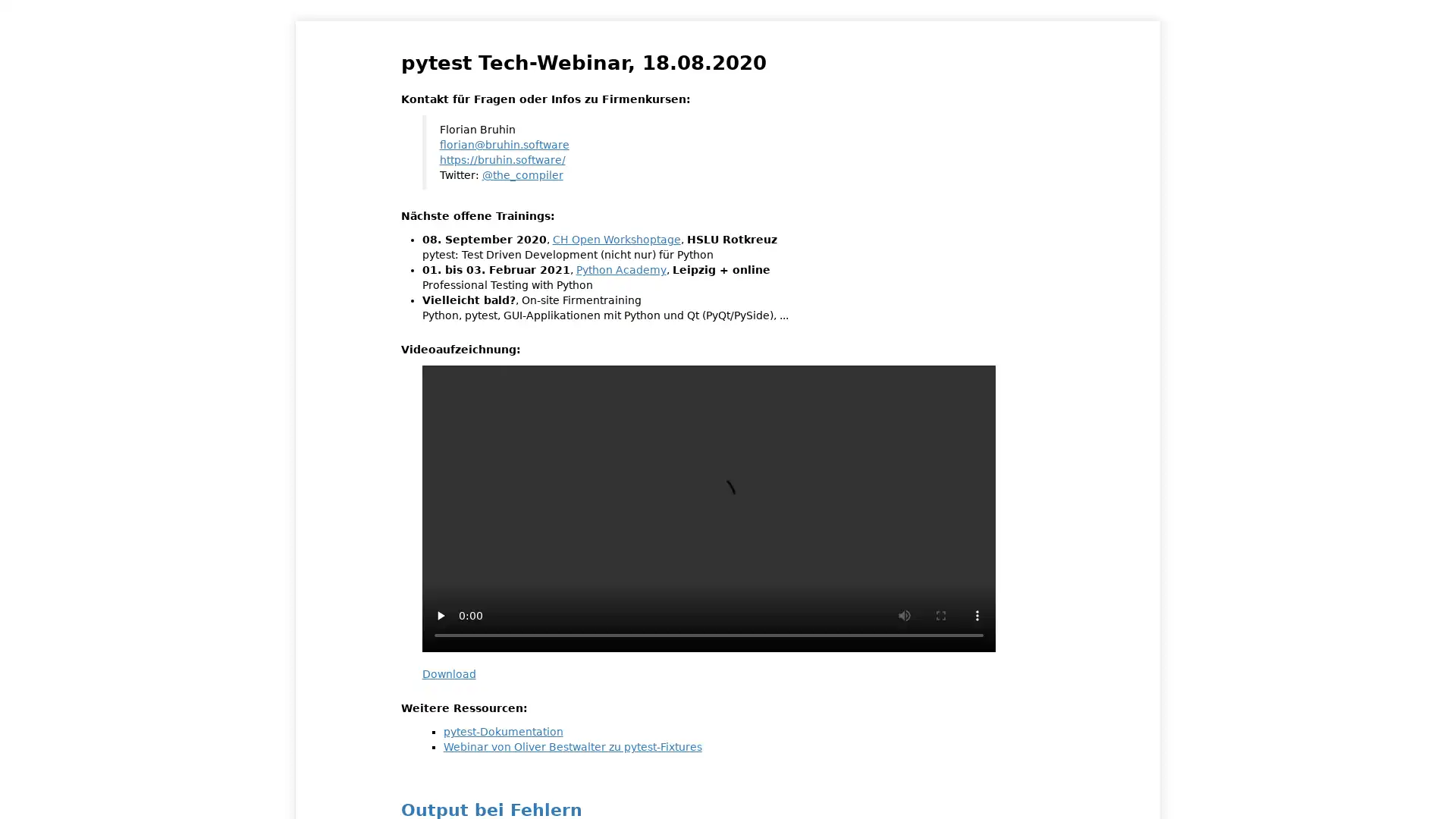 The width and height of the screenshot is (1456, 819). I want to click on show more media controls, so click(976, 616).